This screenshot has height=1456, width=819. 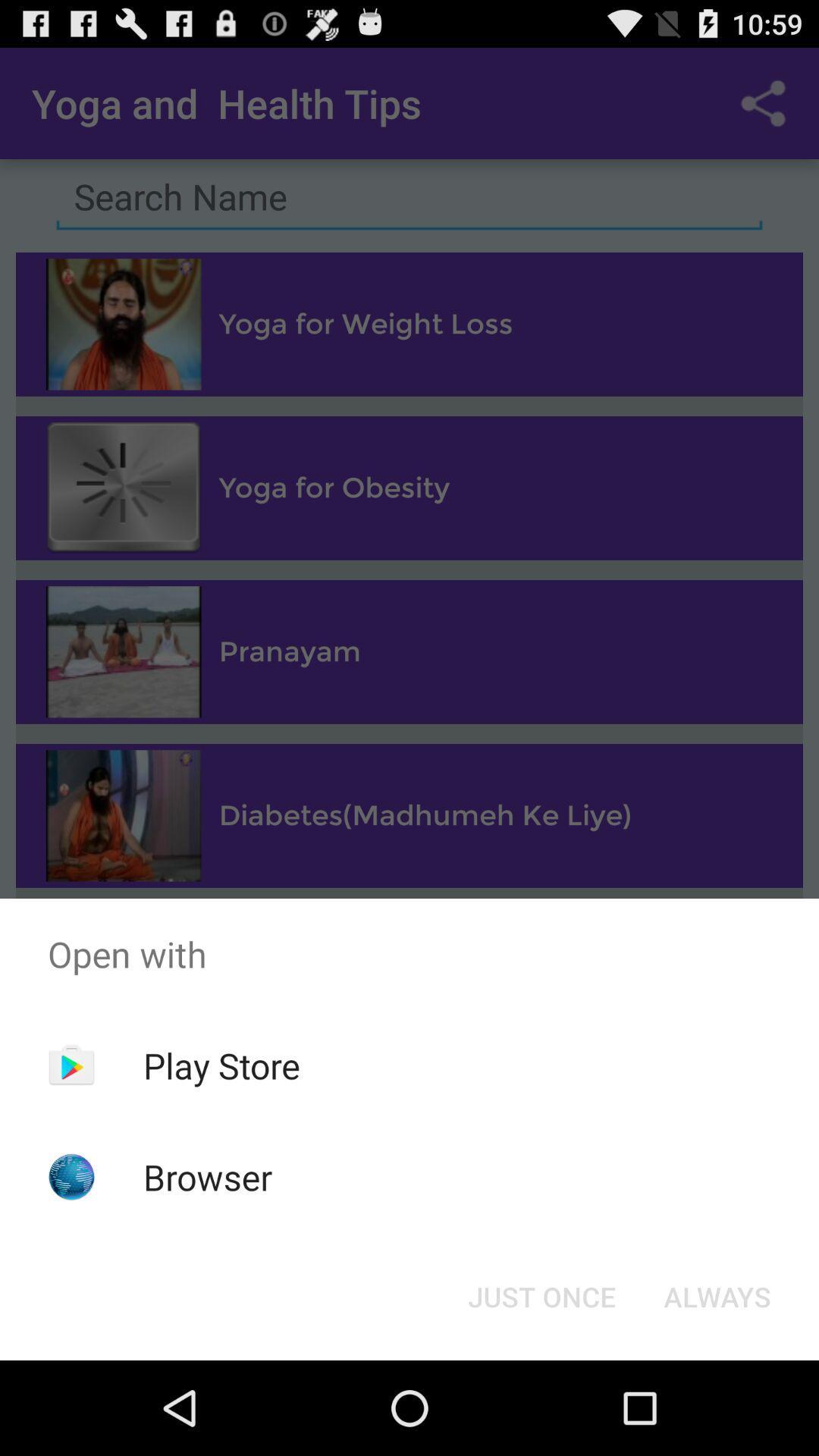 I want to click on button to the right of just once icon, so click(x=717, y=1295).